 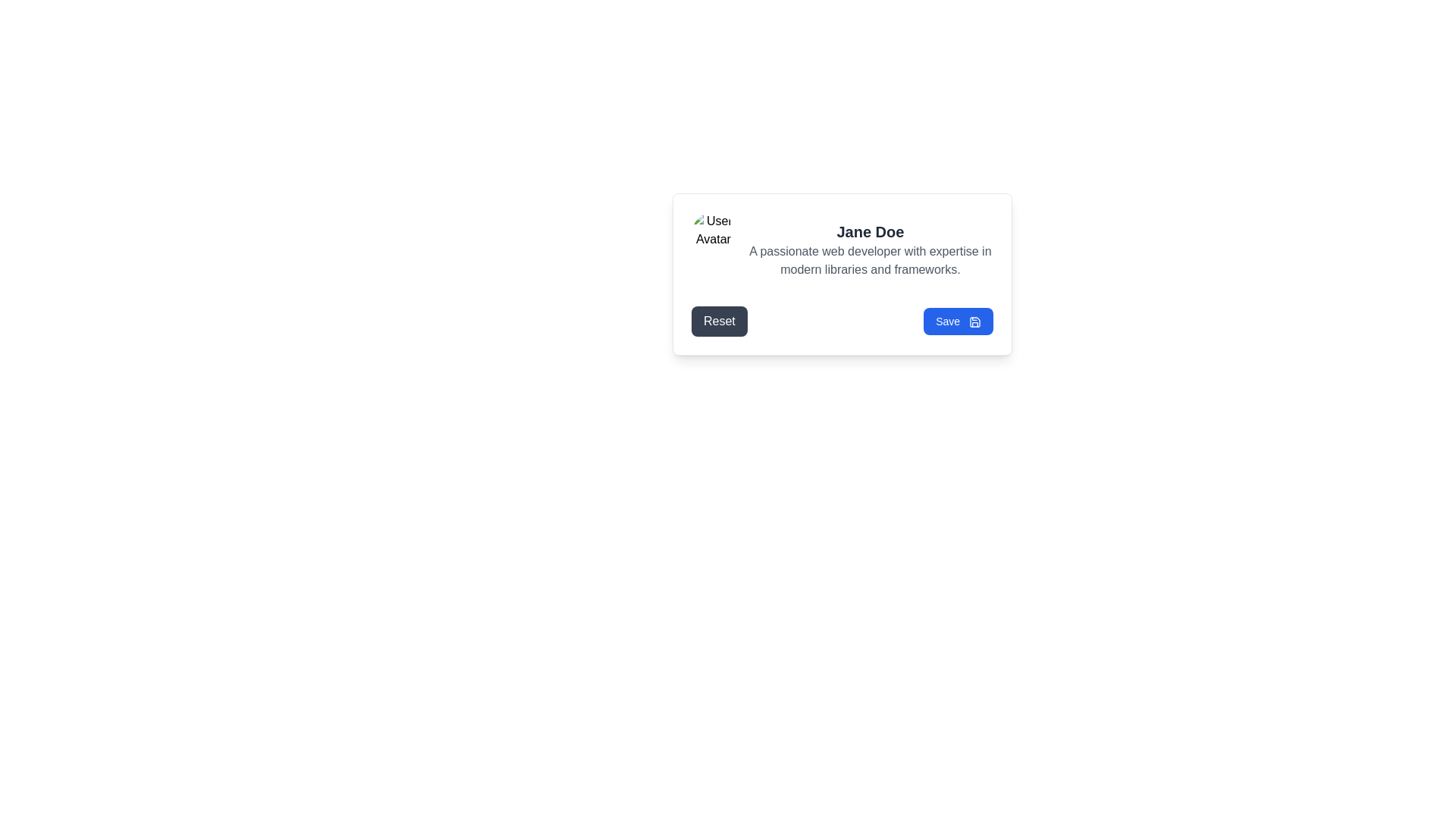 I want to click on the top left segment of the disk-like save icon within the 'Save' button located in the lower right of the profile card component, so click(x=975, y=321).